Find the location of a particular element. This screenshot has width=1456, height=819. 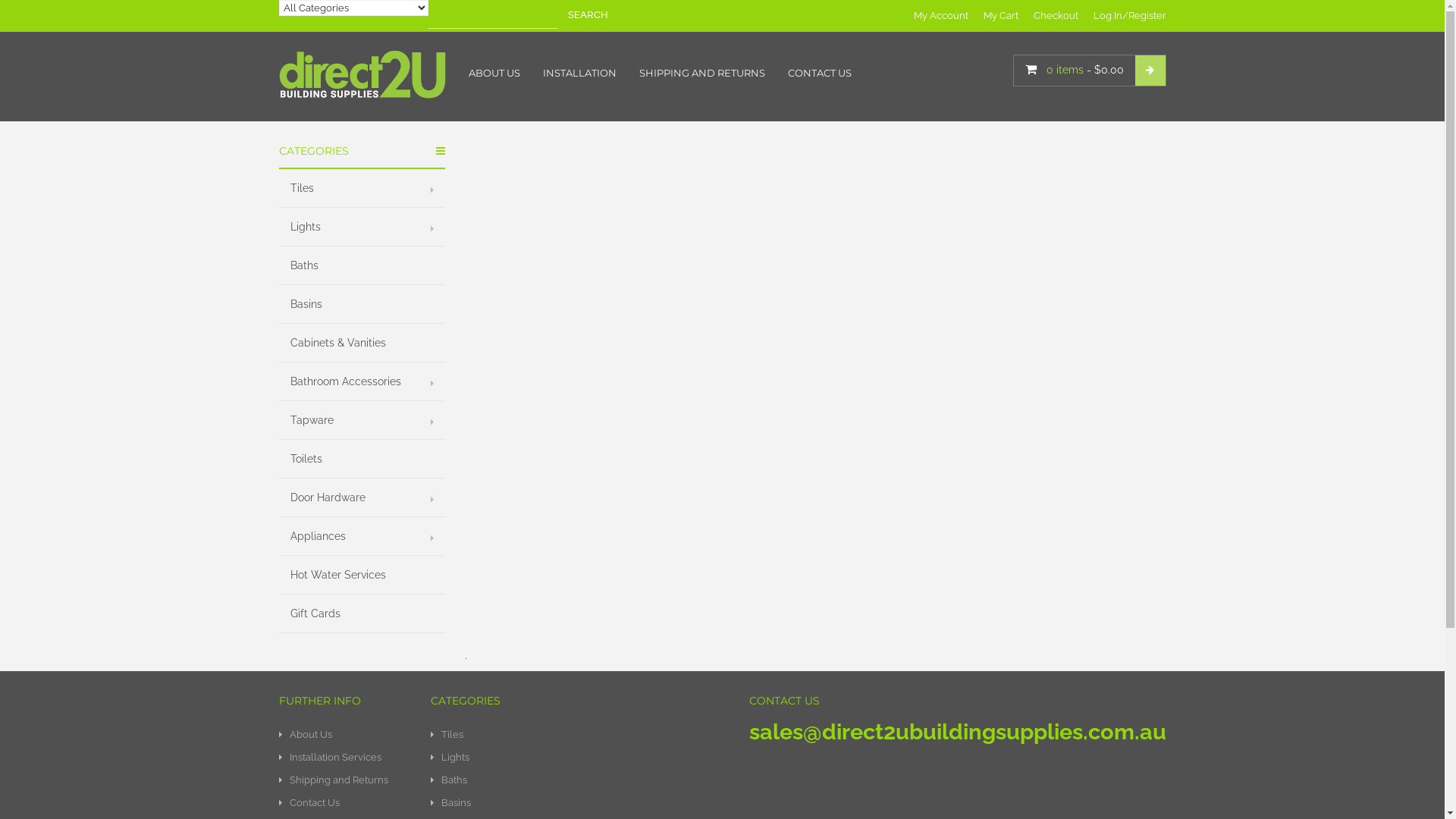

'Hot Water Services' is located at coordinates (362, 575).